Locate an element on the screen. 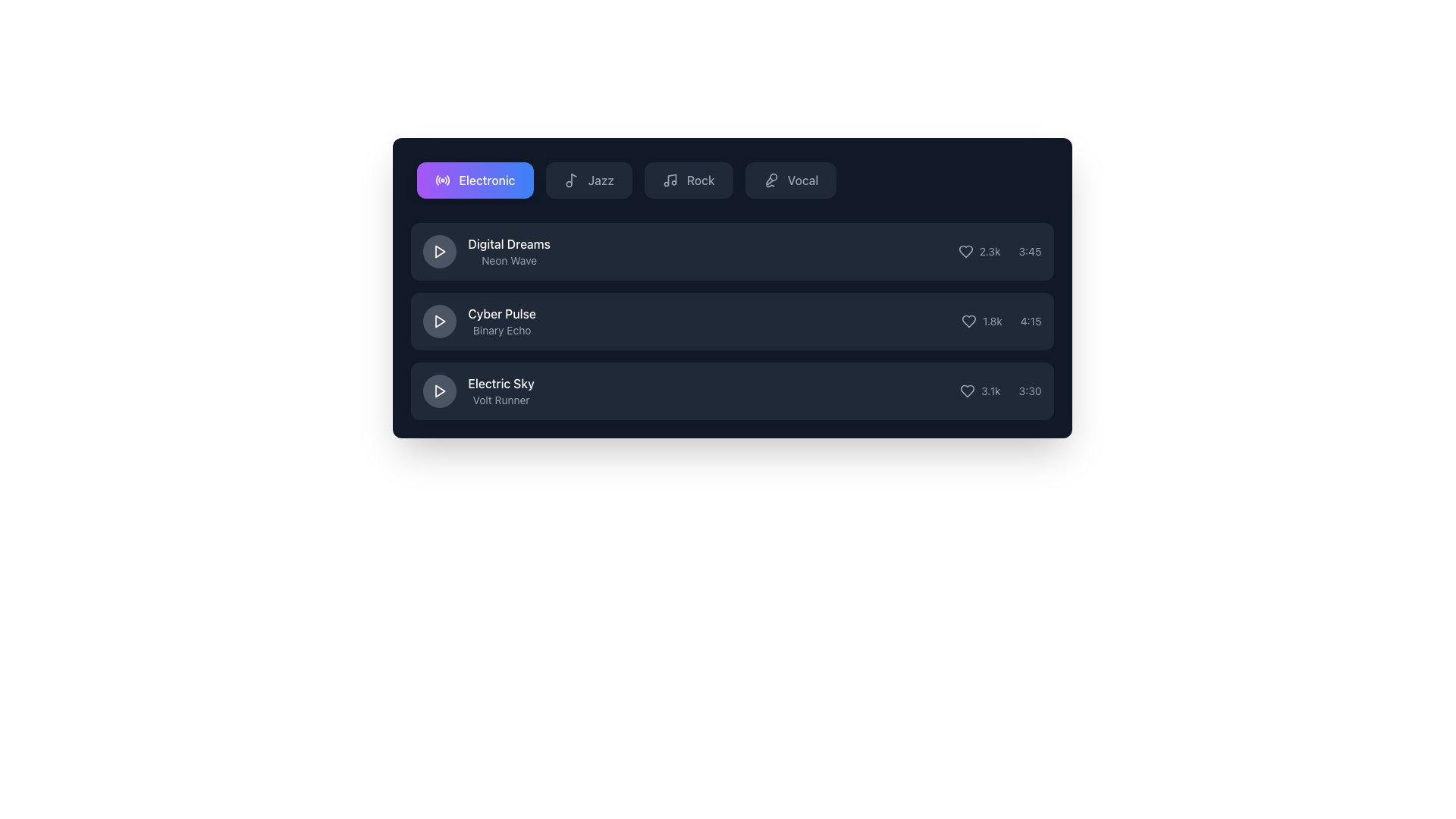  text label indicating the 'Jazz' genre for music selection, positioned to the right of a musical notes icon within the genre buttons interface is located at coordinates (600, 180).